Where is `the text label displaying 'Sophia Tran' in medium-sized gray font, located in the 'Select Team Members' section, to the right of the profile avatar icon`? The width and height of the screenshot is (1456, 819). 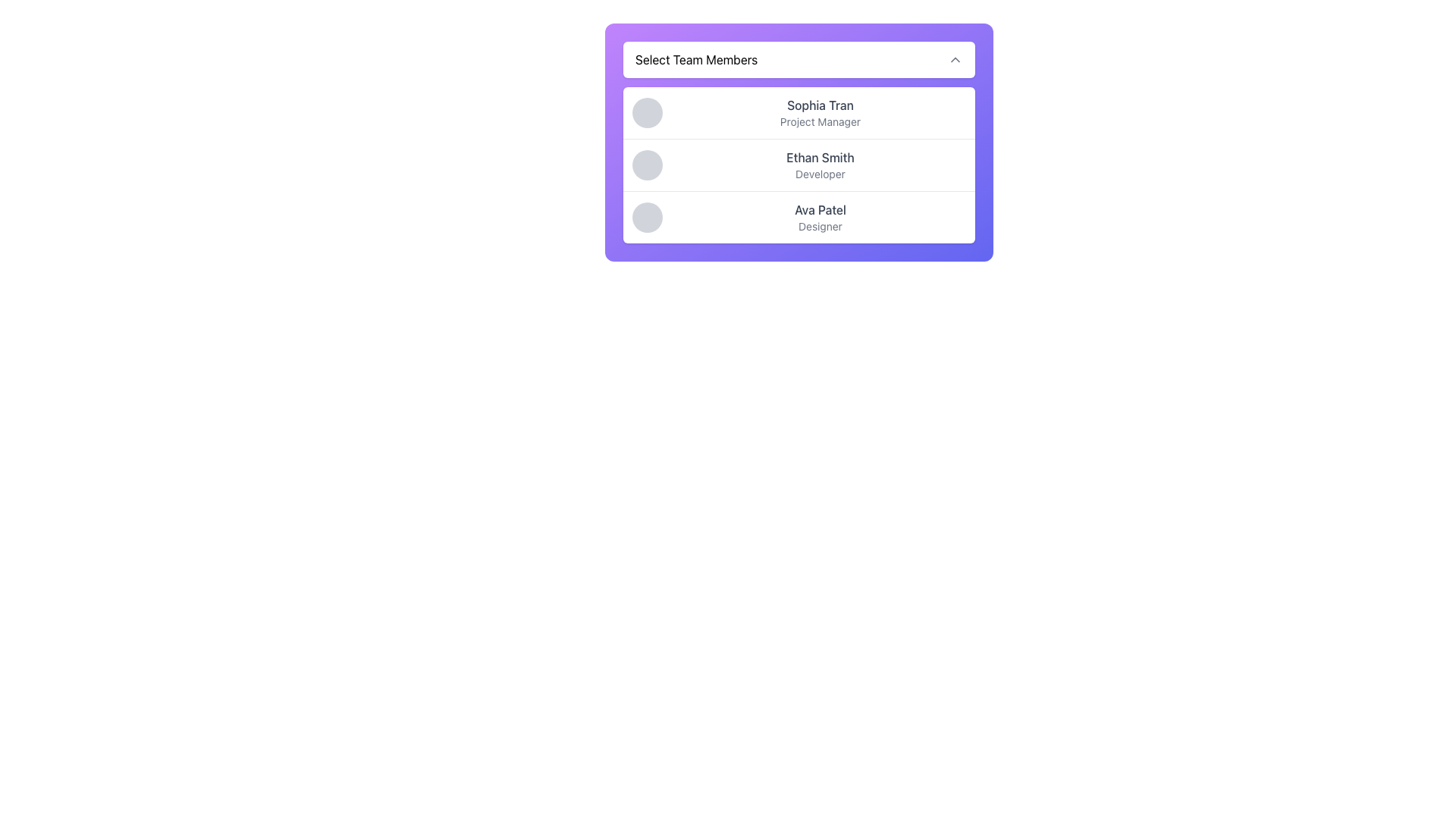 the text label displaying 'Sophia Tran' in medium-sized gray font, located in the 'Select Team Members' section, to the right of the profile avatar icon is located at coordinates (819, 104).